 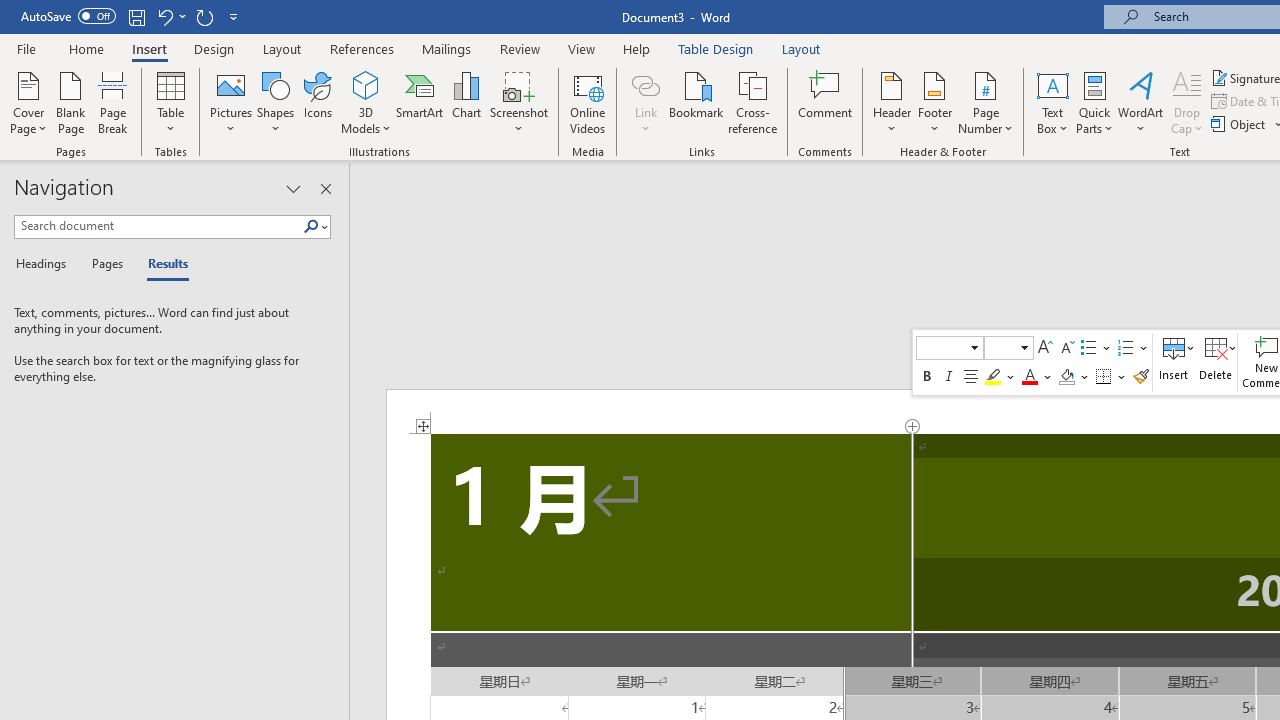 What do you see at coordinates (1029, 376) in the screenshot?
I see `'Font Color Red'` at bounding box center [1029, 376].